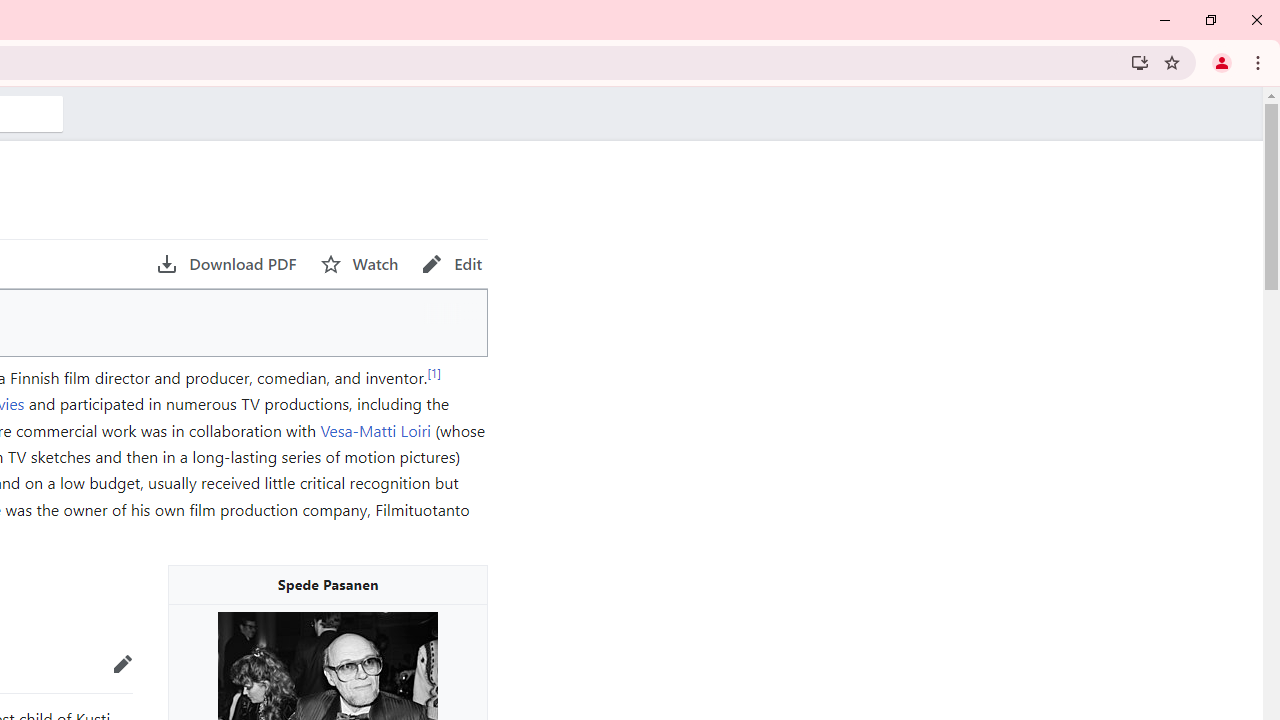 The height and width of the screenshot is (720, 1280). What do you see at coordinates (226, 263) in the screenshot?
I see `'AutomationID: minerva-download'` at bounding box center [226, 263].